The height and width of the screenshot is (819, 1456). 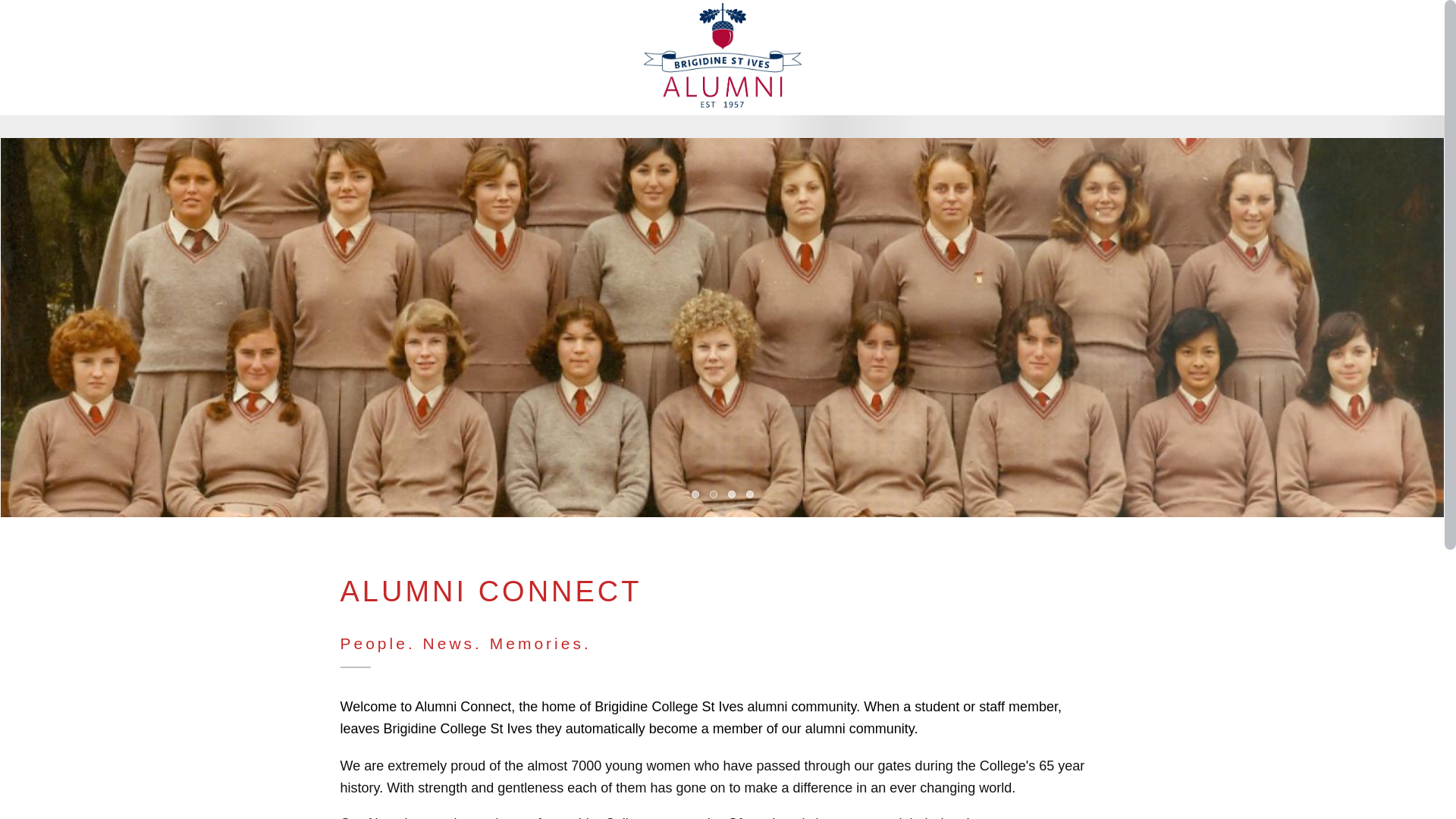 What do you see at coordinates (694, 494) in the screenshot?
I see `'1'` at bounding box center [694, 494].